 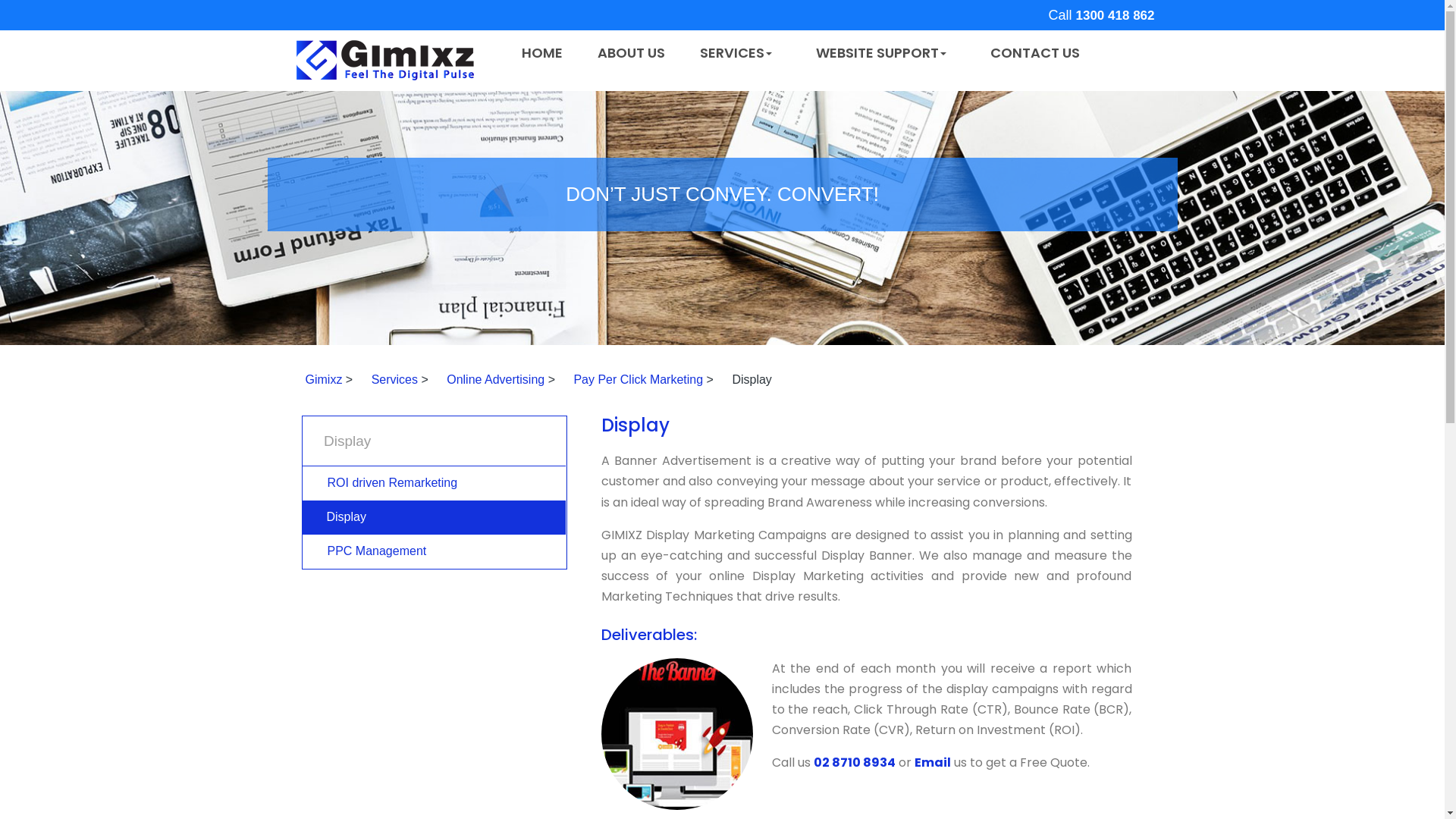 What do you see at coordinates (631, 52) in the screenshot?
I see `'ABOUT US'` at bounding box center [631, 52].